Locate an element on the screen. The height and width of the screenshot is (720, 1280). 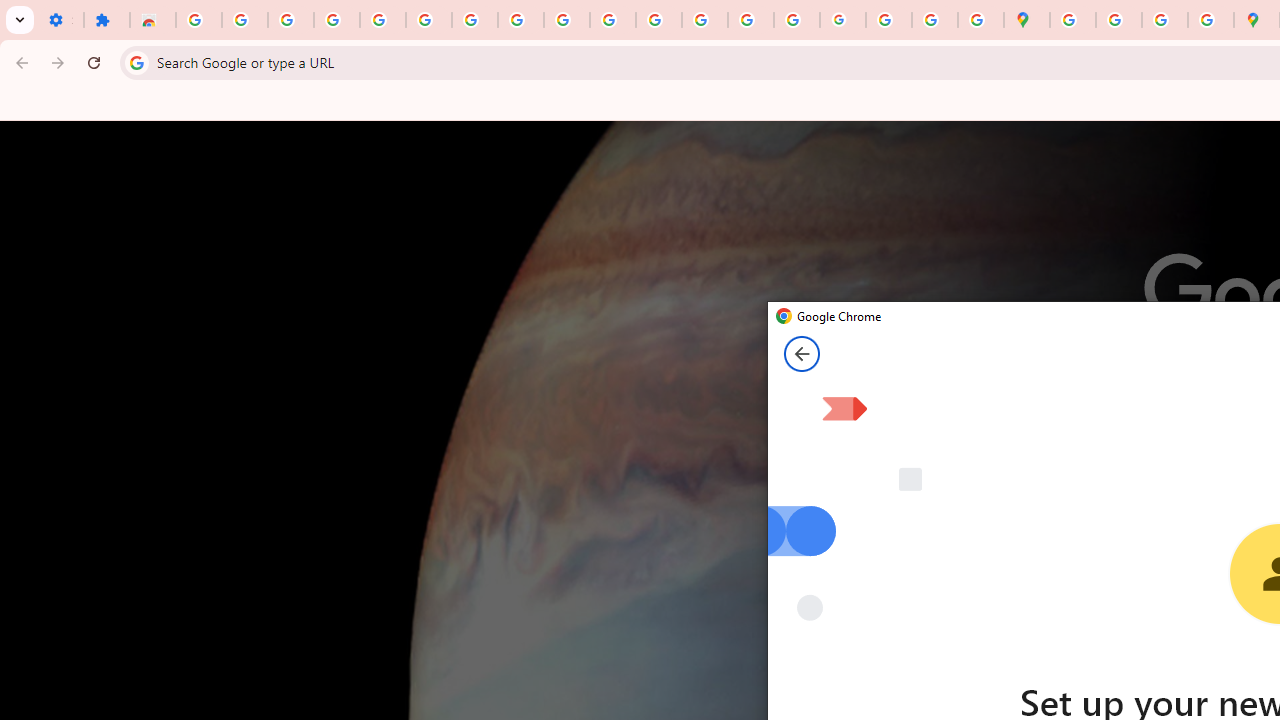
'https://scholar.google.com/' is located at coordinates (659, 20).